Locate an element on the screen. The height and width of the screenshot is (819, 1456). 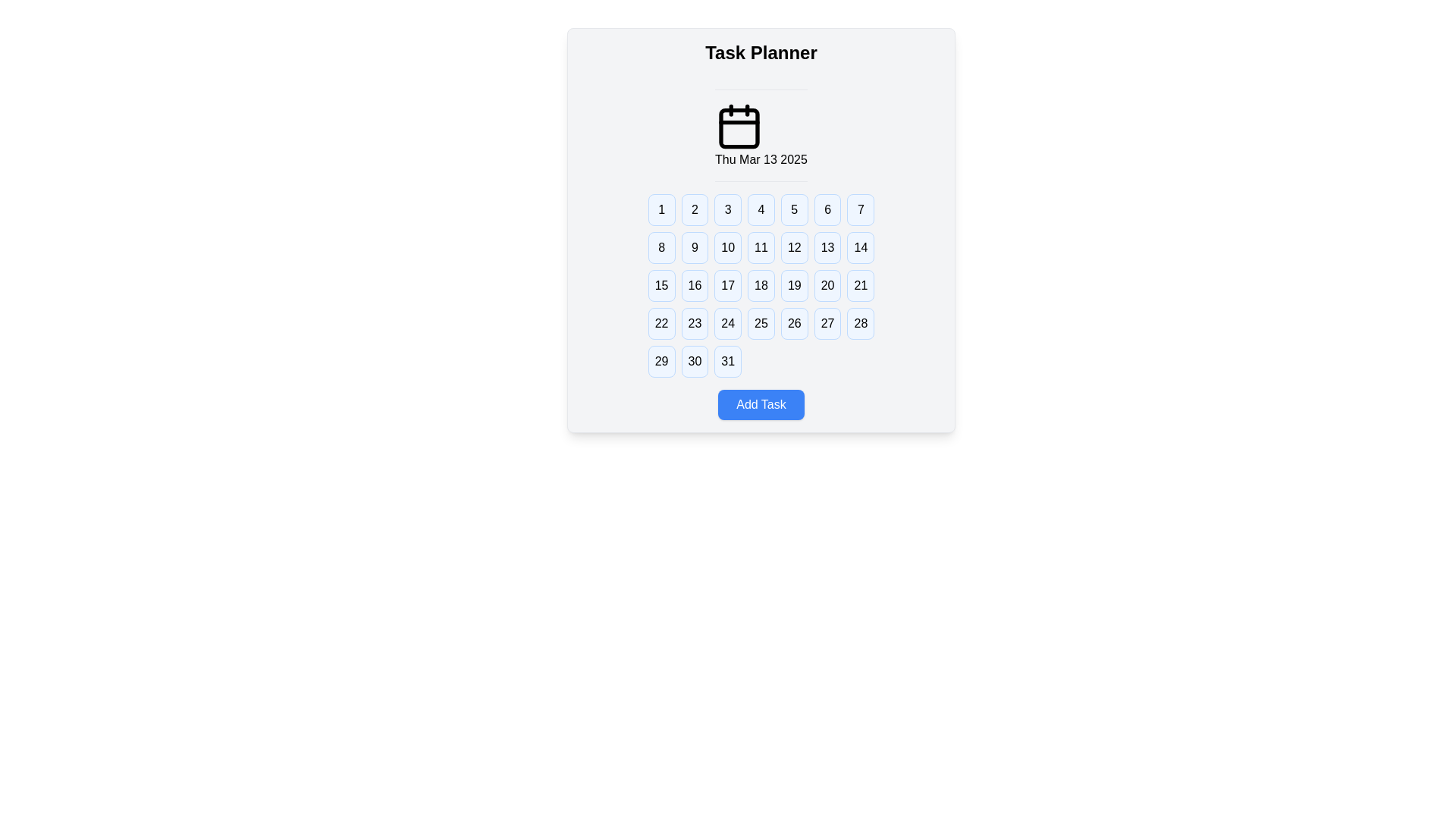
the Calendar Day Cell representing the 27th day of the month is located at coordinates (827, 323).